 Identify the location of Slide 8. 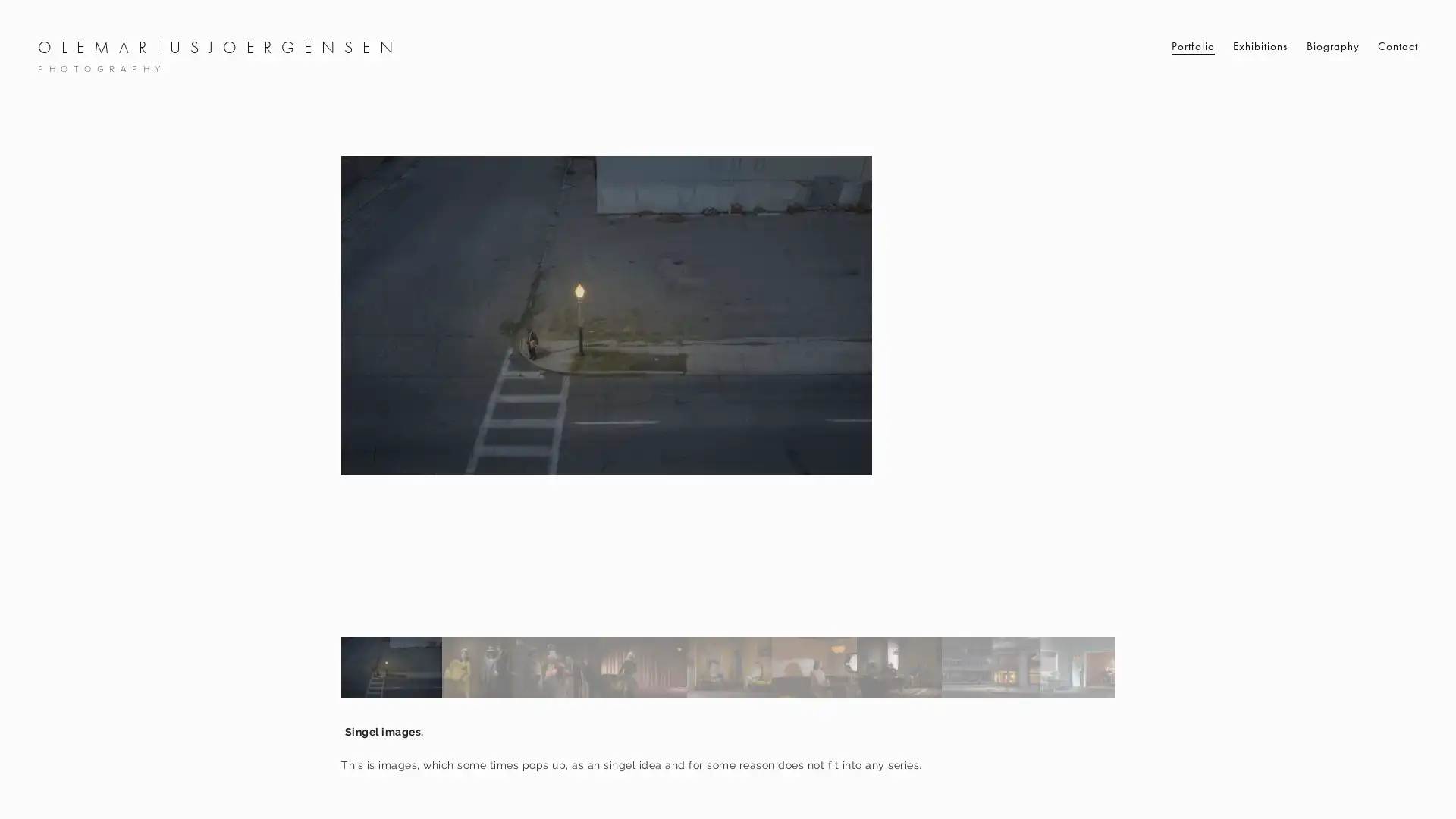
(990, 666).